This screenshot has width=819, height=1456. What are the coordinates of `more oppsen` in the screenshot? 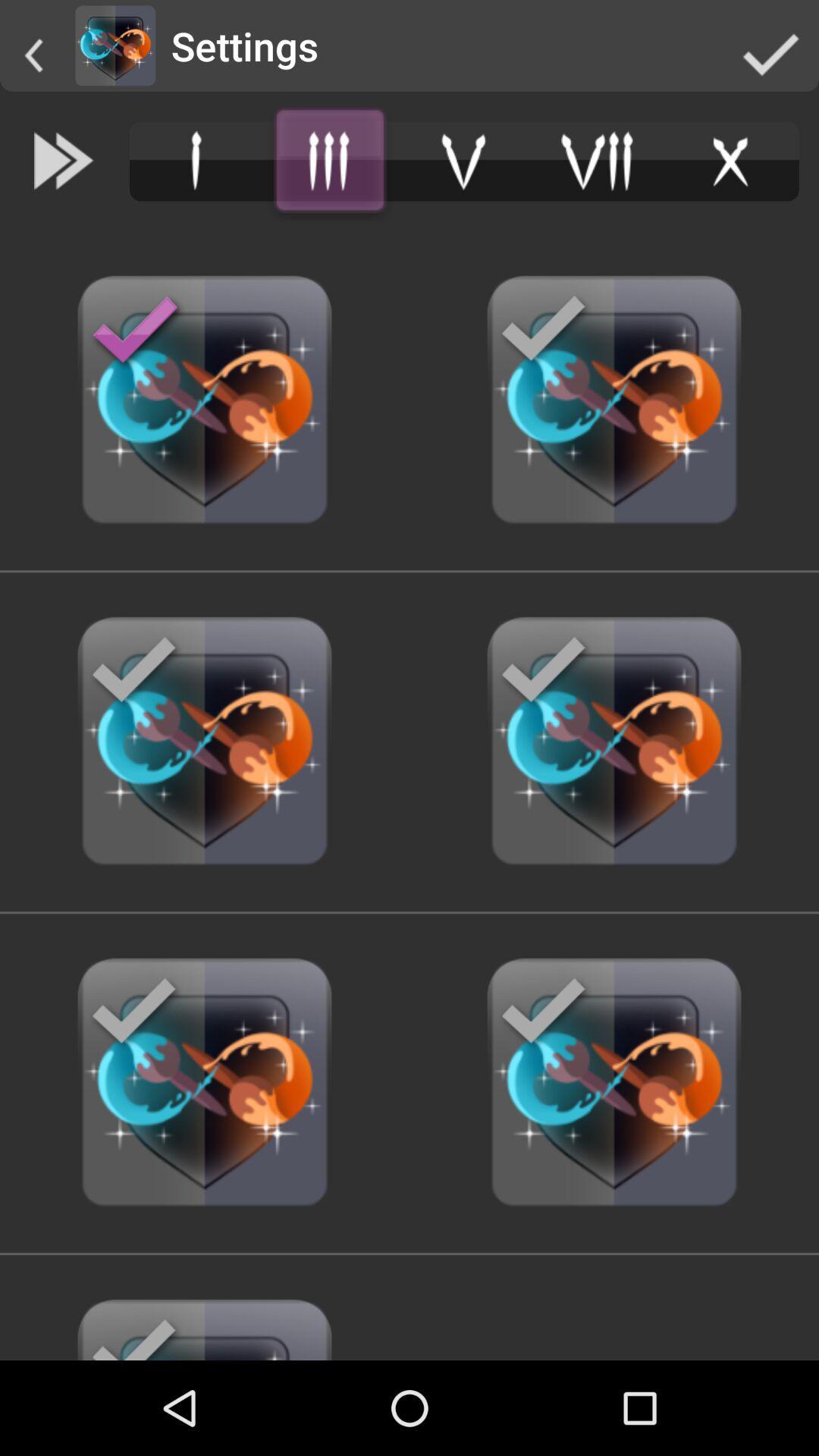 It's located at (329, 161).